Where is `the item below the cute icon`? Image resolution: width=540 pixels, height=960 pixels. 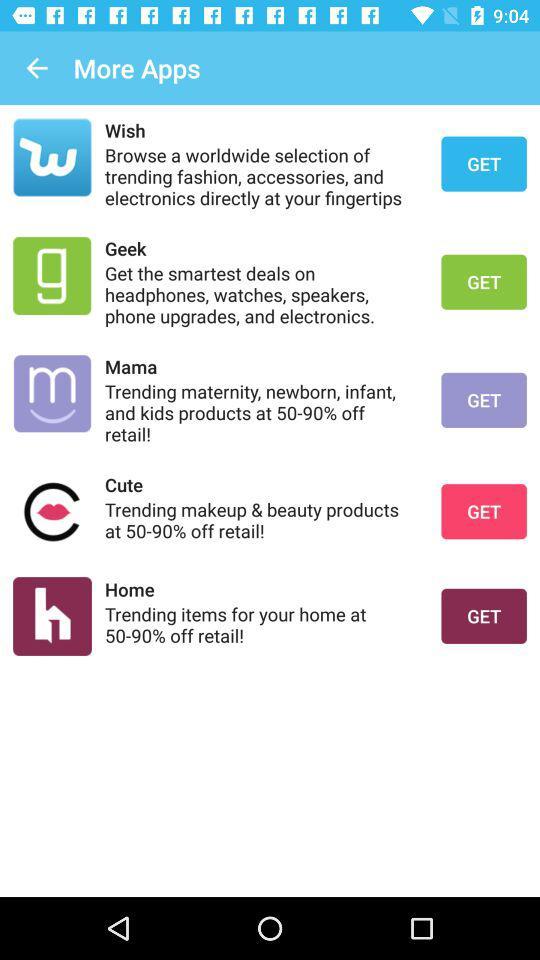
the item below the cute icon is located at coordinates (260, 519).